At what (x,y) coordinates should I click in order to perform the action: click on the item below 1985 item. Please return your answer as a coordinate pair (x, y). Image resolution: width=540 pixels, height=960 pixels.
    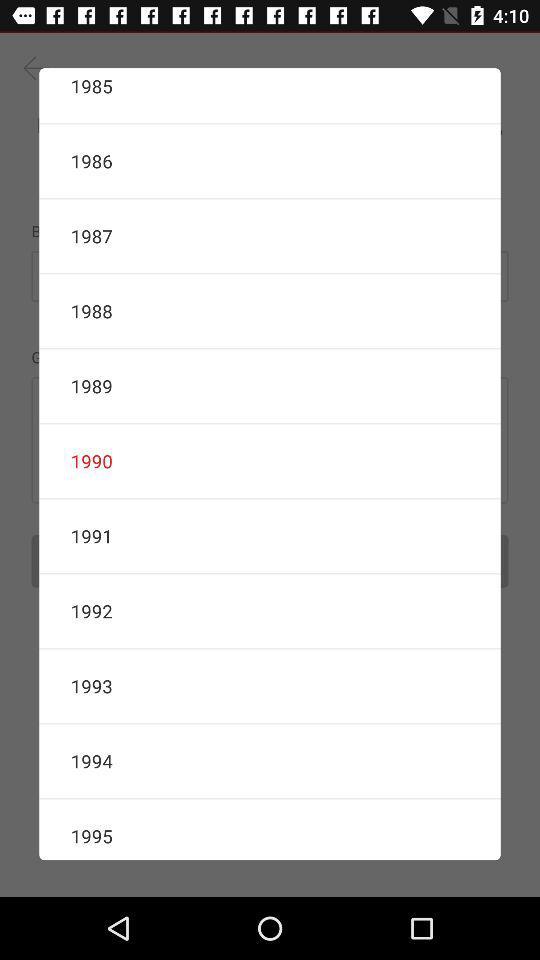
    Looking at the image, I should click on (270, 160).